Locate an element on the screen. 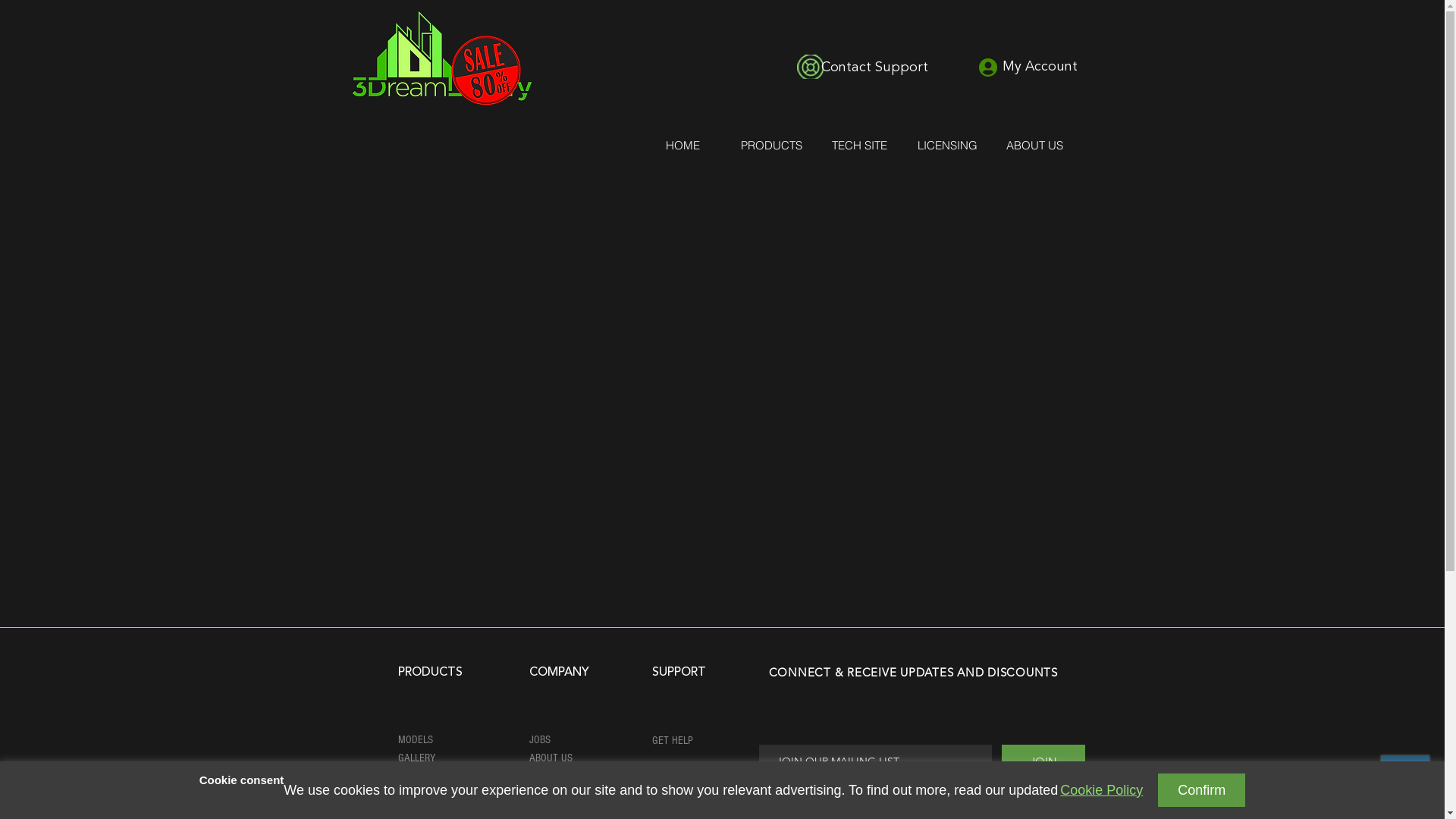  'icon-contact-suuport.png' is located at coordinates (808, 66).